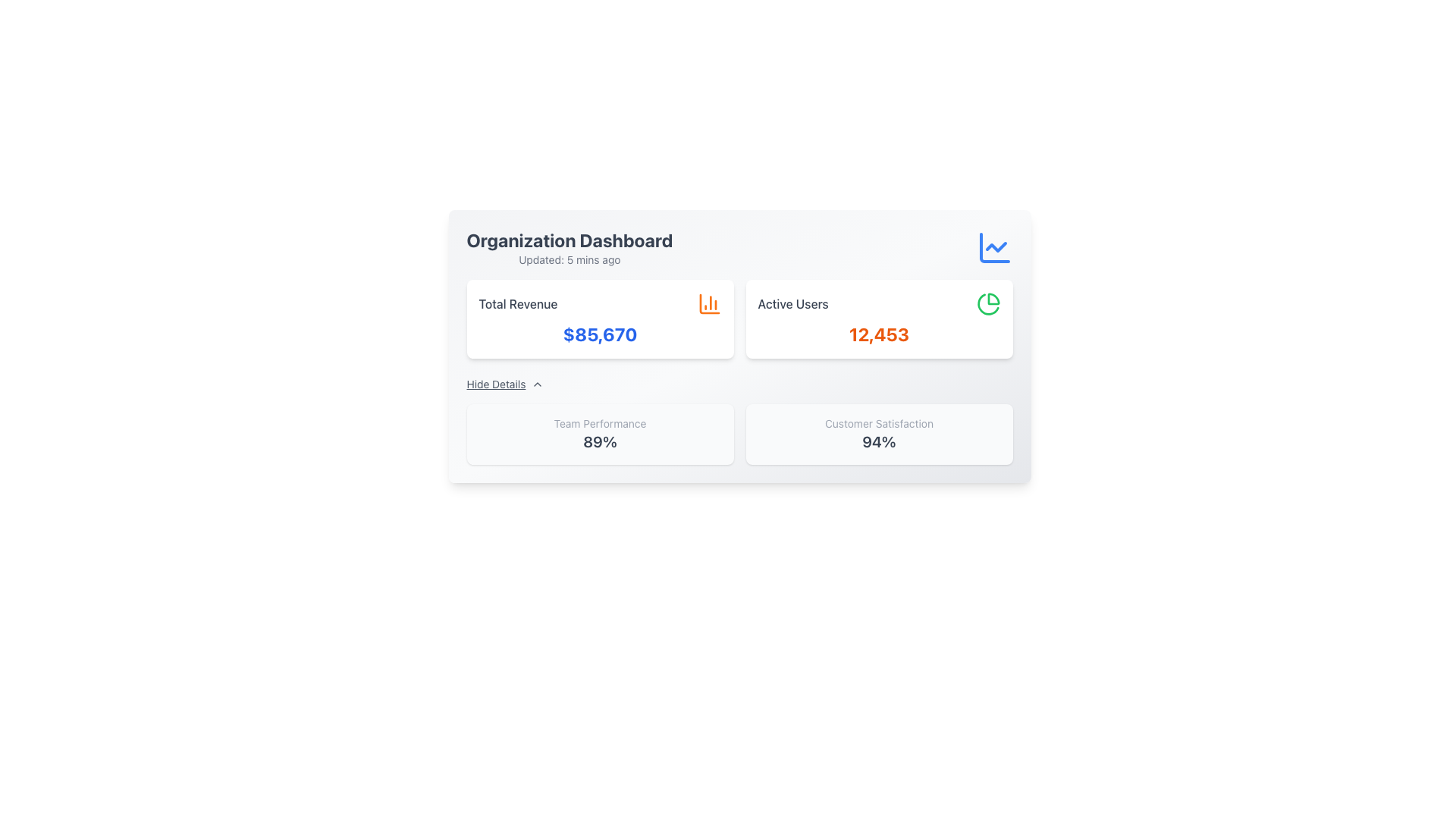  Describe the element at coordinates (569, 239) in the screenshot. I see `title of the section indicated by the text heading located at the top of the card-like section for organizational metrics` at that location.